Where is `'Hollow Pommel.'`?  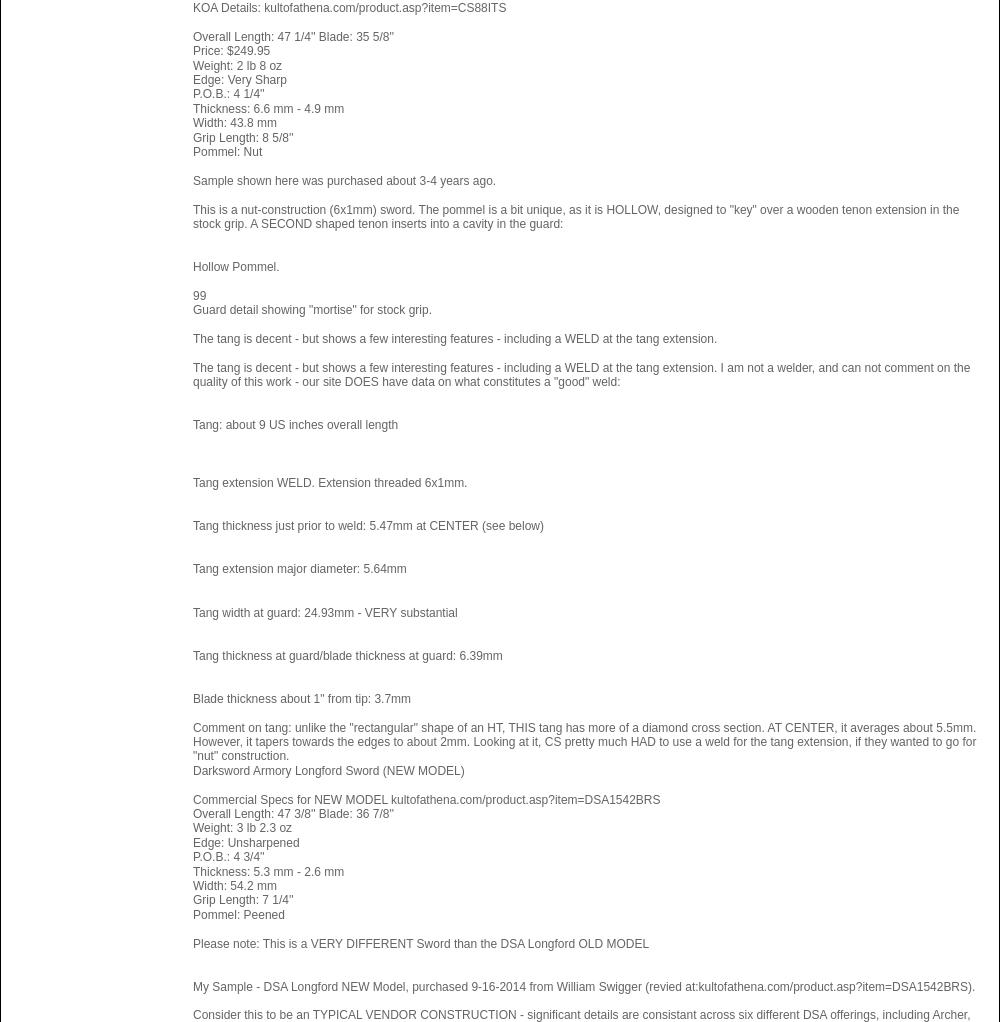 'Hollow Pommel.' is located at coordinates (235, 267).